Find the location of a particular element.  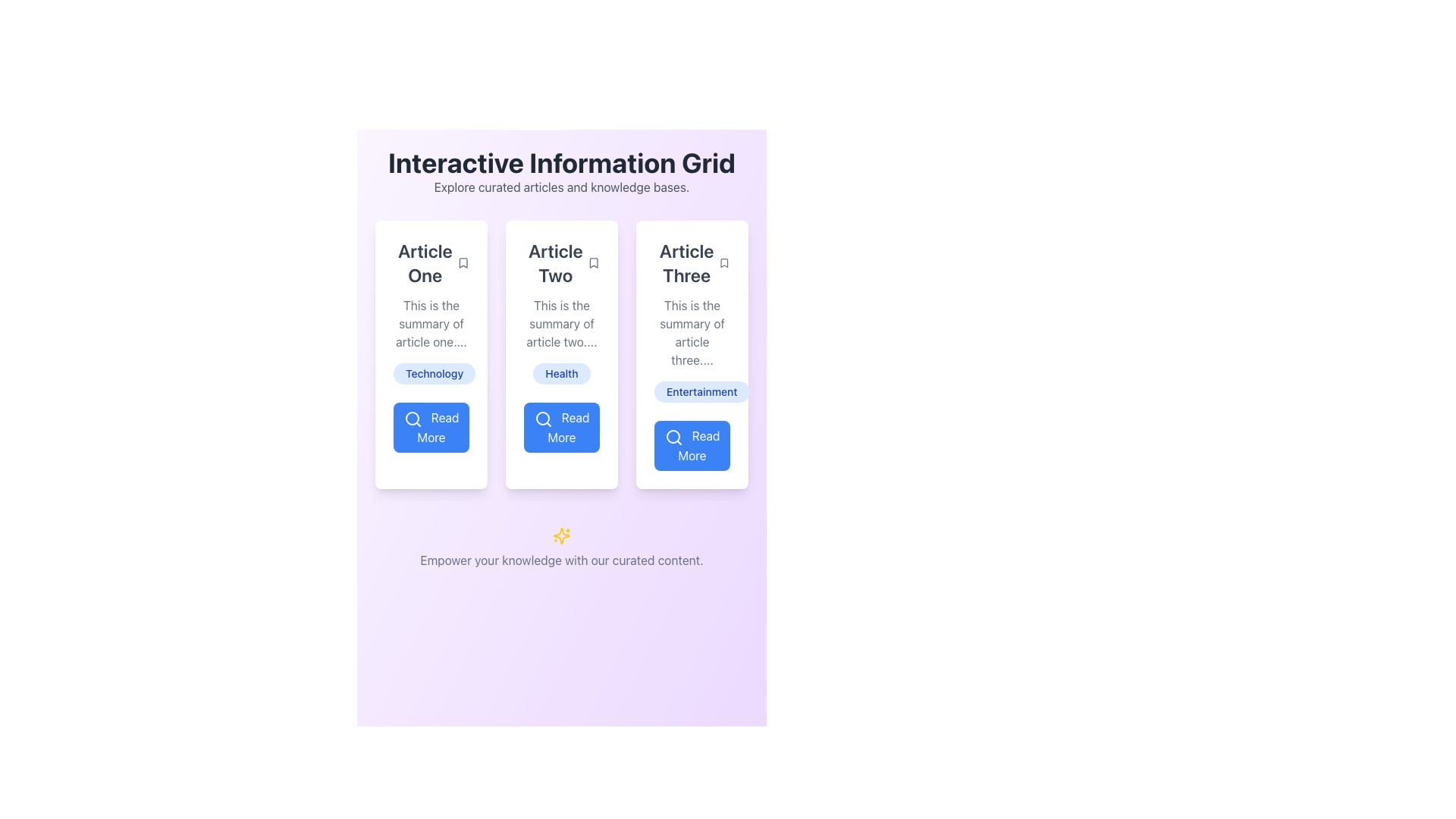

the interactive bookmark icon located in the top-right corner of the 'Article Three' card is located at coordinates (723, 262).